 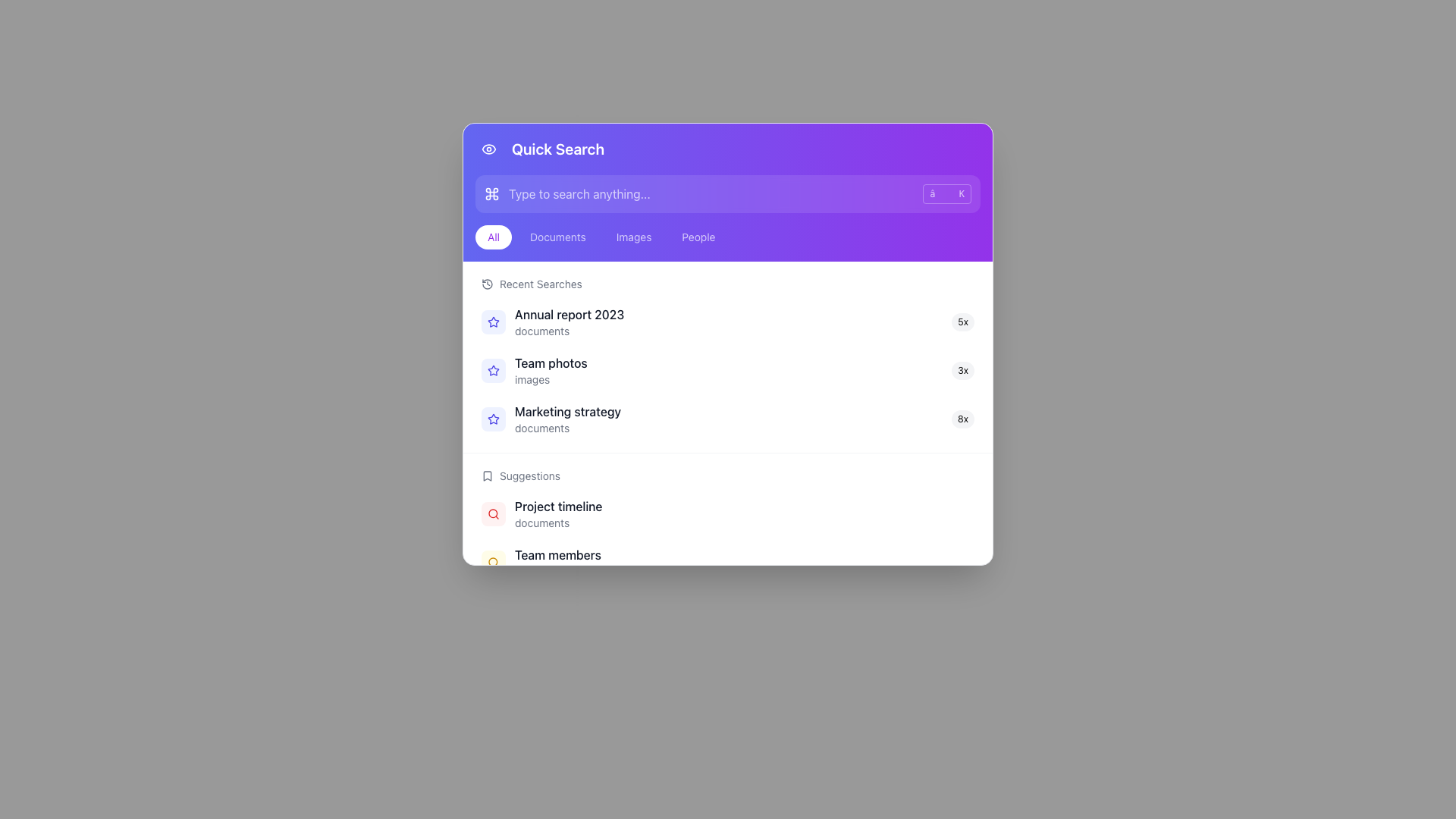 I want to click on the pill-shaped button with a white background and purple text displaying 'All', so click(x=494, y=237).